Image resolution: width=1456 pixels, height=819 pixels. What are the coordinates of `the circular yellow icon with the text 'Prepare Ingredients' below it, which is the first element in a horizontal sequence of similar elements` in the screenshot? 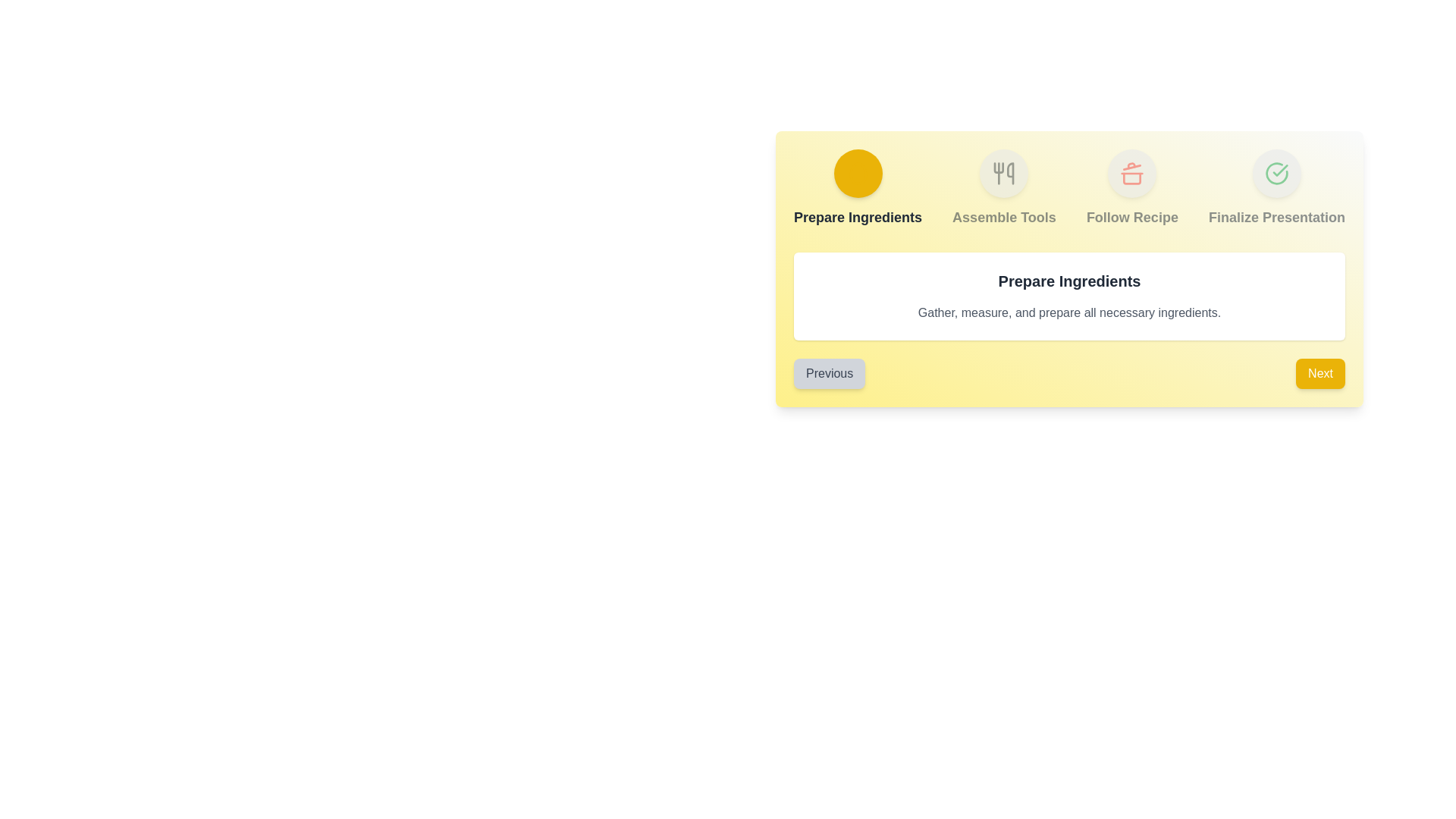 It's located at (858, 188).